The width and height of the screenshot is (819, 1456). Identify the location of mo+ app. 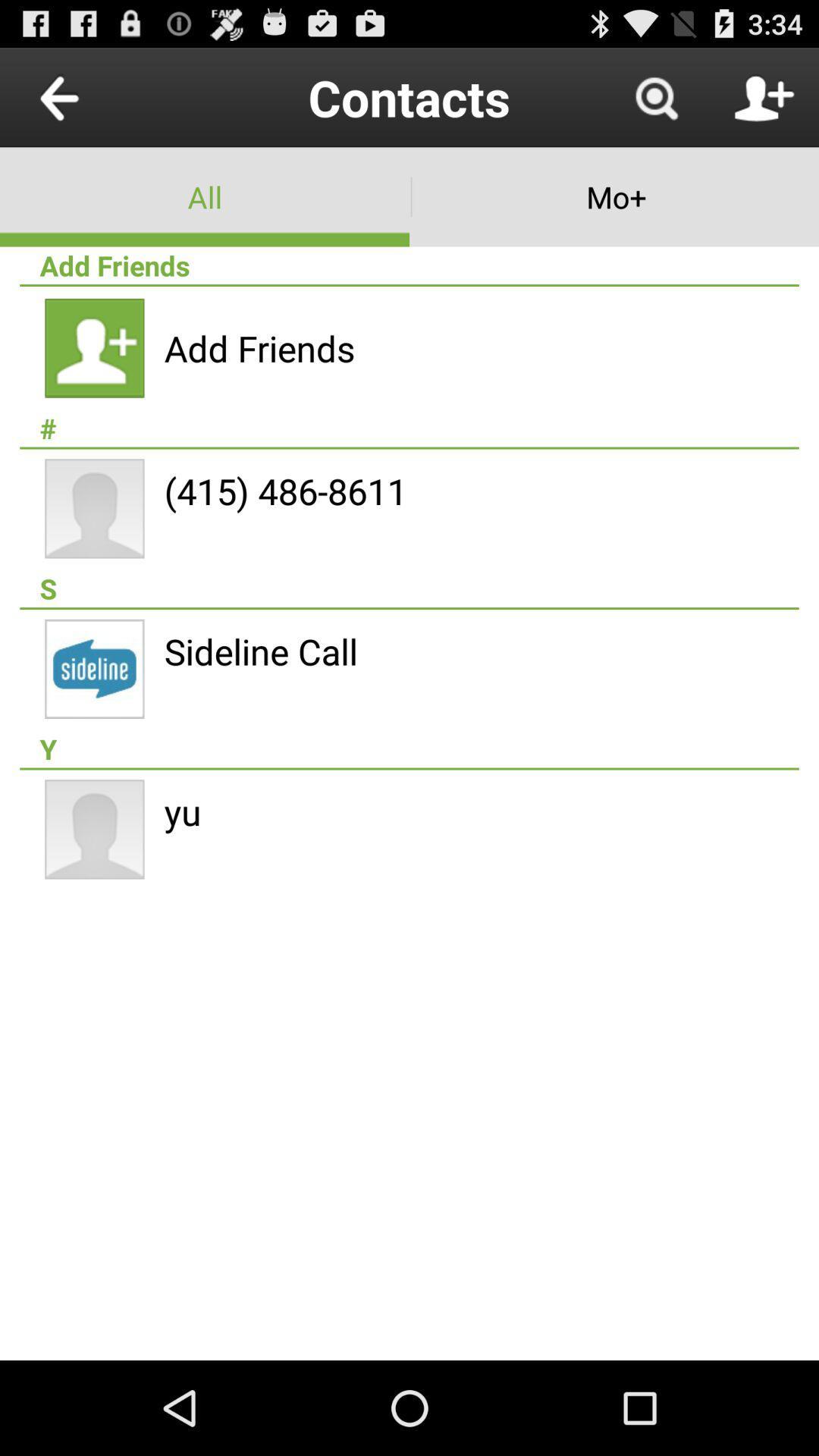
(614, 196).